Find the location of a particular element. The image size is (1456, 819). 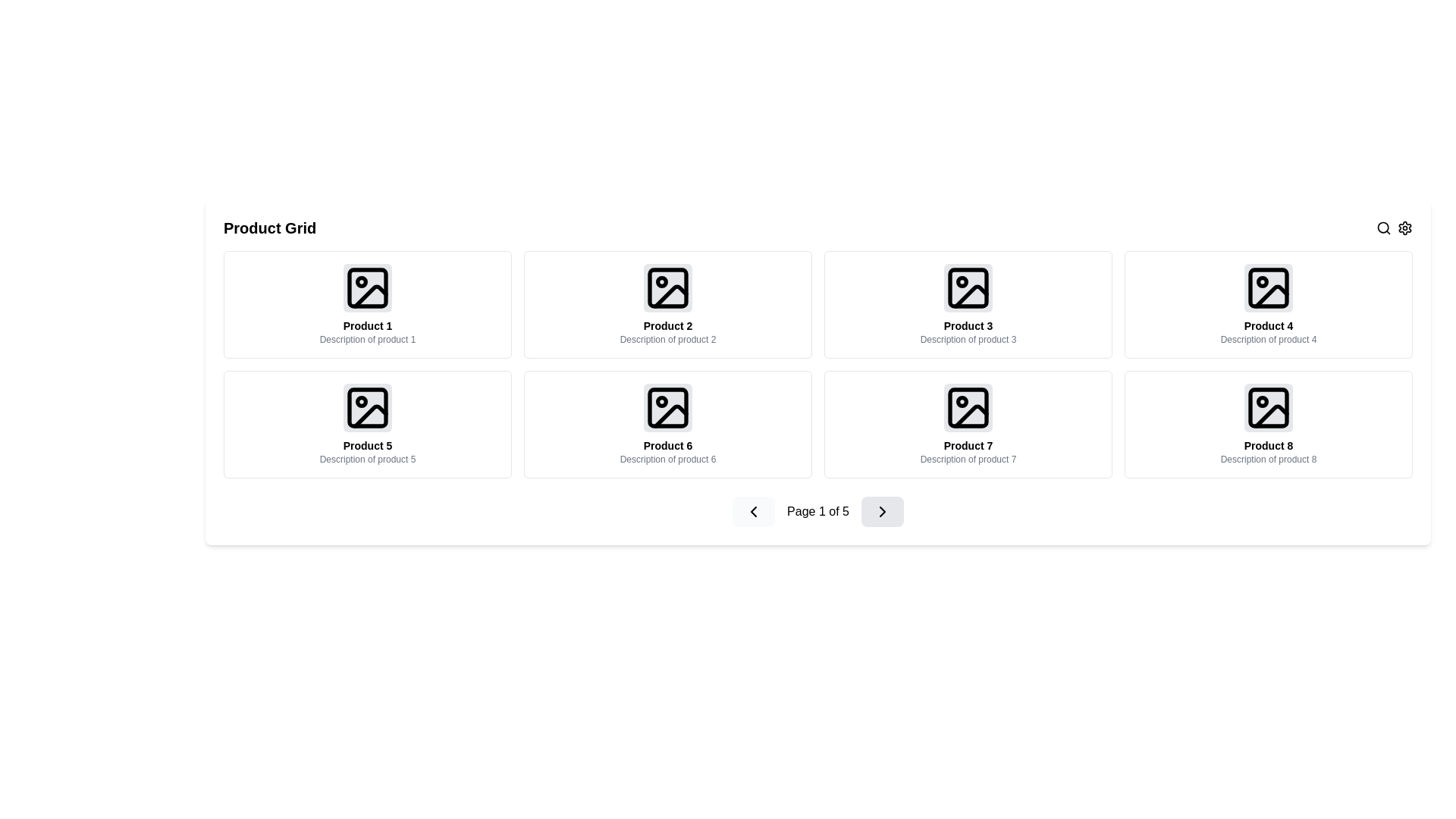

the chevron icon within the light gray button in the bottom navigation bar is located at coordinates (882, 512).